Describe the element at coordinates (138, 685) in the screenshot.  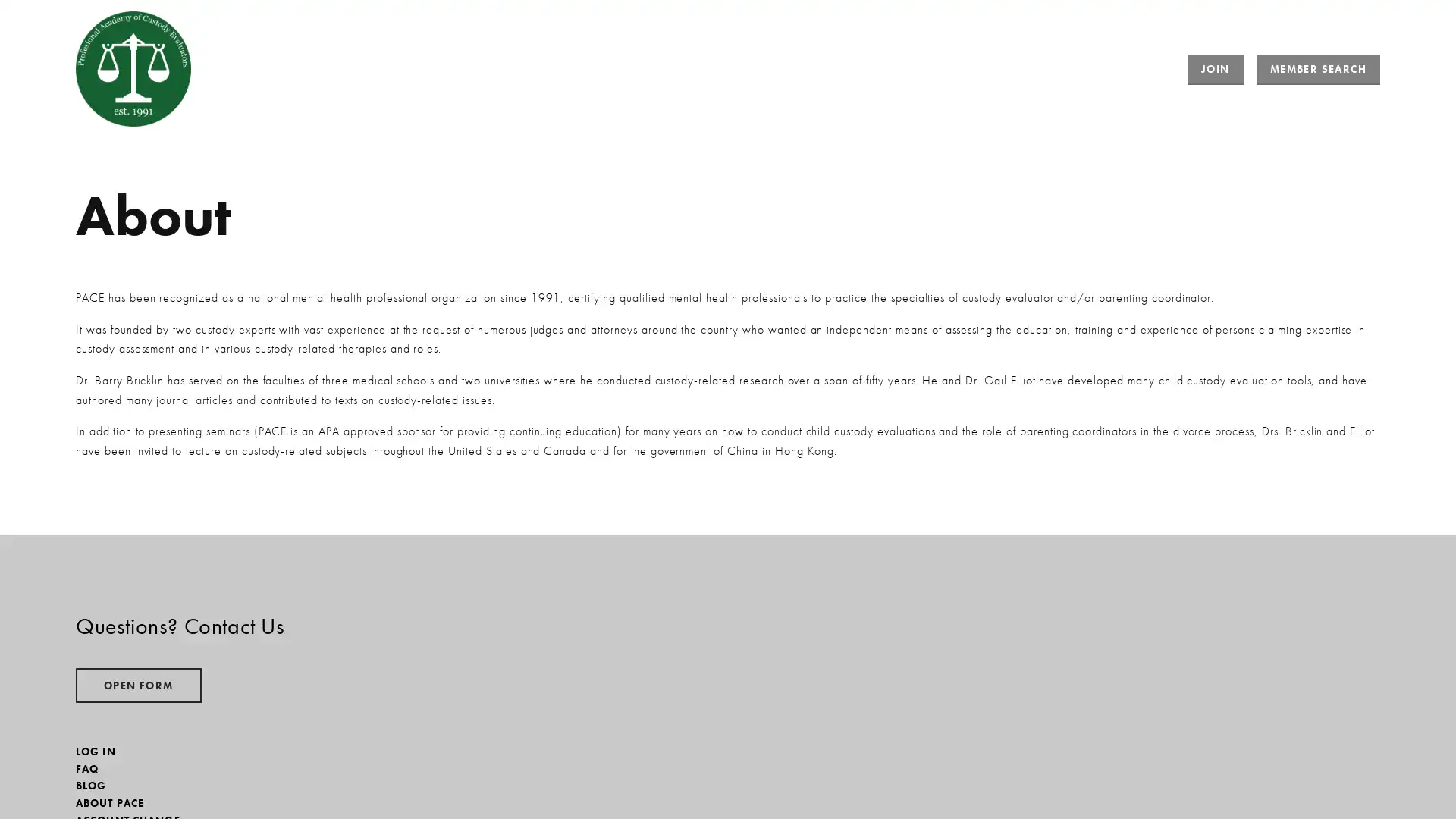
I see `OPEN FORM` at that location.